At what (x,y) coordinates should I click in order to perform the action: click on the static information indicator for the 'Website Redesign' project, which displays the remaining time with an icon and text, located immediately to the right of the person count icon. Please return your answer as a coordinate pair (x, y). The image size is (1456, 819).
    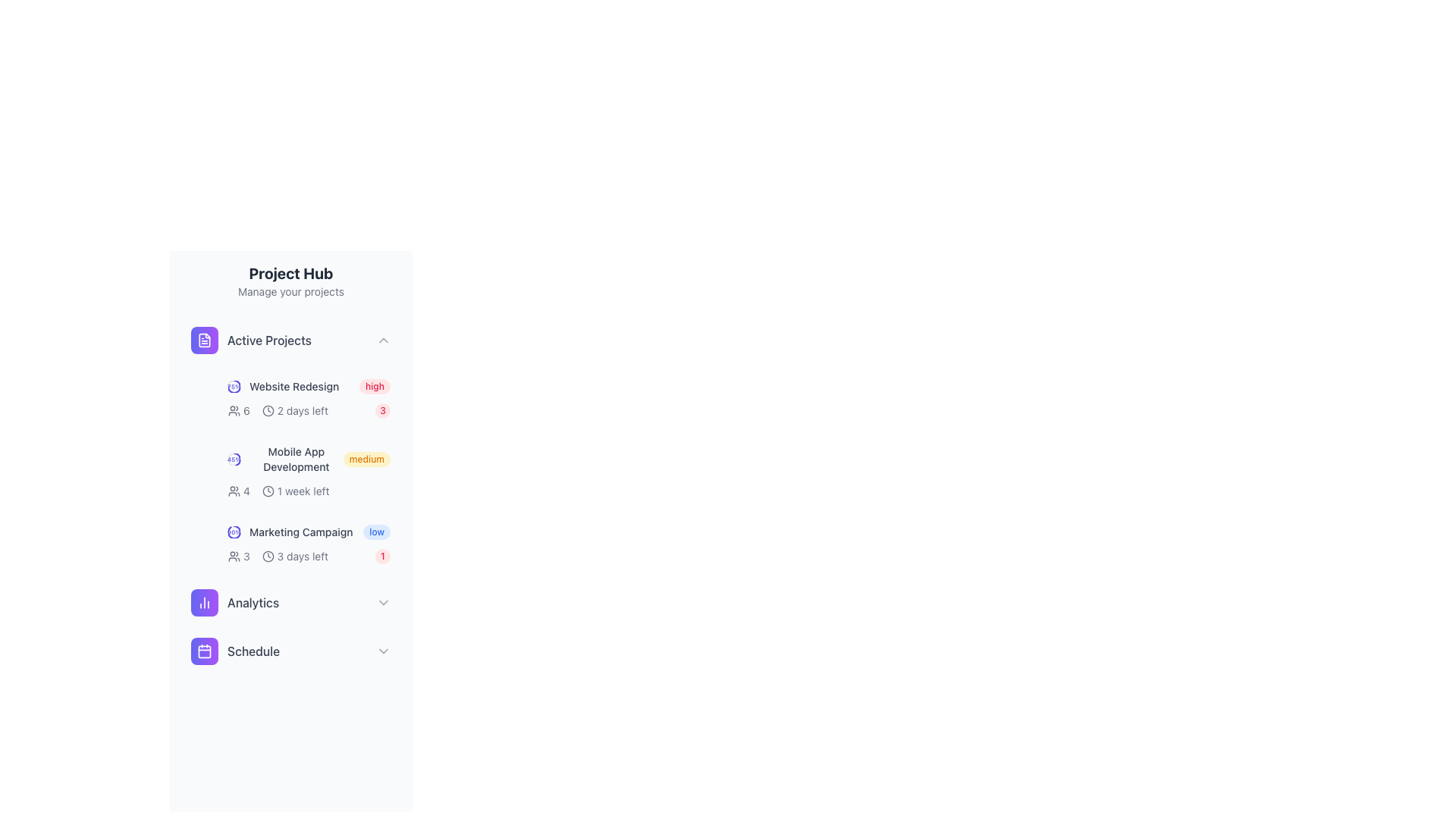
    Looking at the image, I should click on (295, 411).